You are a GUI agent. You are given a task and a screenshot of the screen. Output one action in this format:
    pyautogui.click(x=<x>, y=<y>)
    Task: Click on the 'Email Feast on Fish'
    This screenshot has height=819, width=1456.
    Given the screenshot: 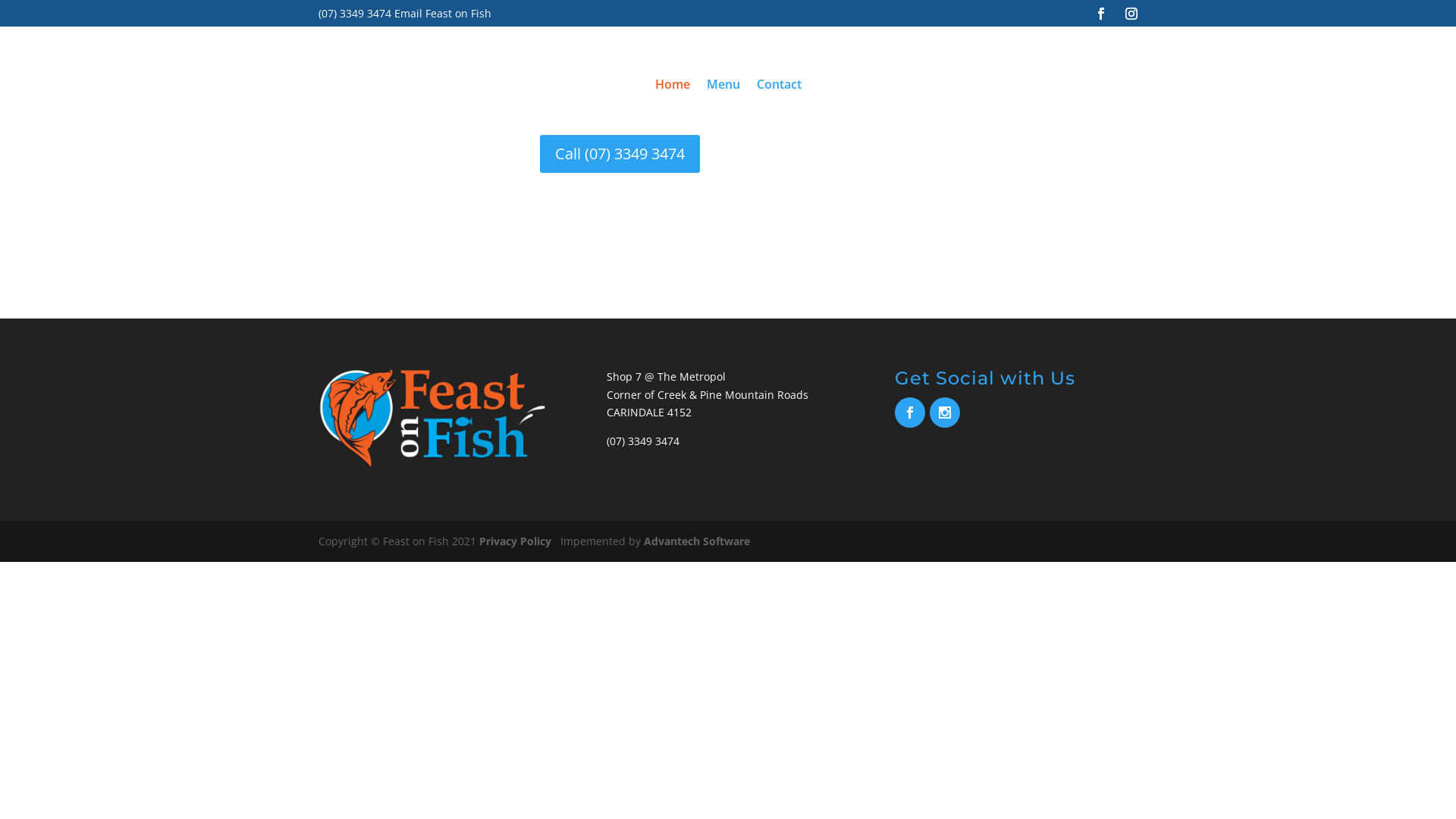 What is the action you would take?
    pyautogui.click(x=394, y=13)
    